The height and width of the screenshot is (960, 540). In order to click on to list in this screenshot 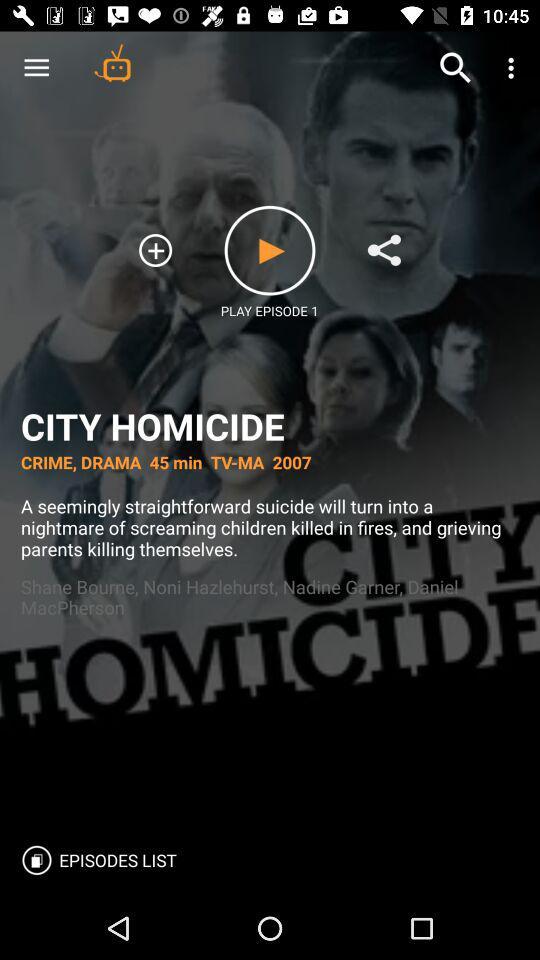, I will do `click(384, 249)`.